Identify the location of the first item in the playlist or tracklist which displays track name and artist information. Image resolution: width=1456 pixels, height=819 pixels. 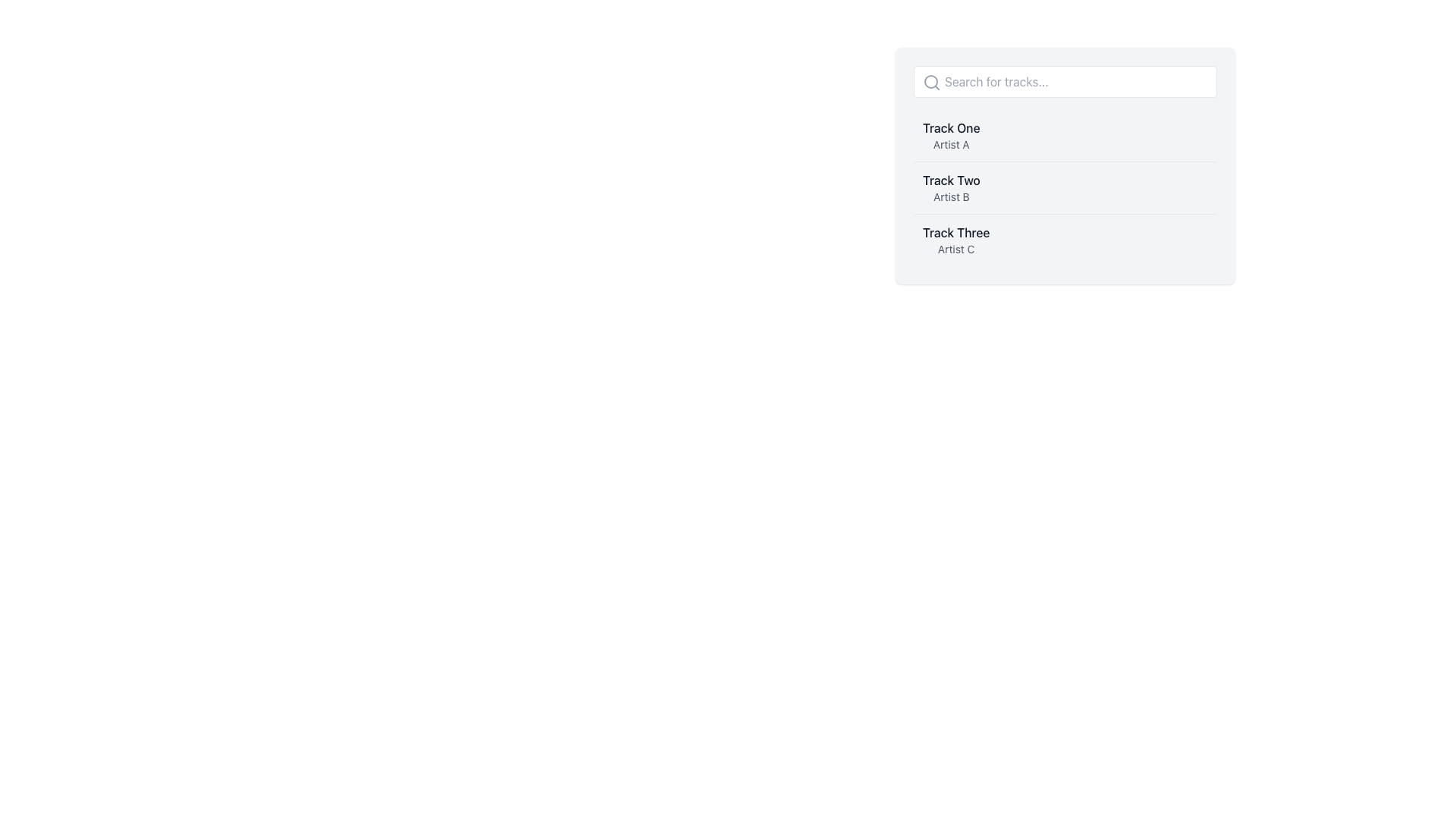
(1065, 134).